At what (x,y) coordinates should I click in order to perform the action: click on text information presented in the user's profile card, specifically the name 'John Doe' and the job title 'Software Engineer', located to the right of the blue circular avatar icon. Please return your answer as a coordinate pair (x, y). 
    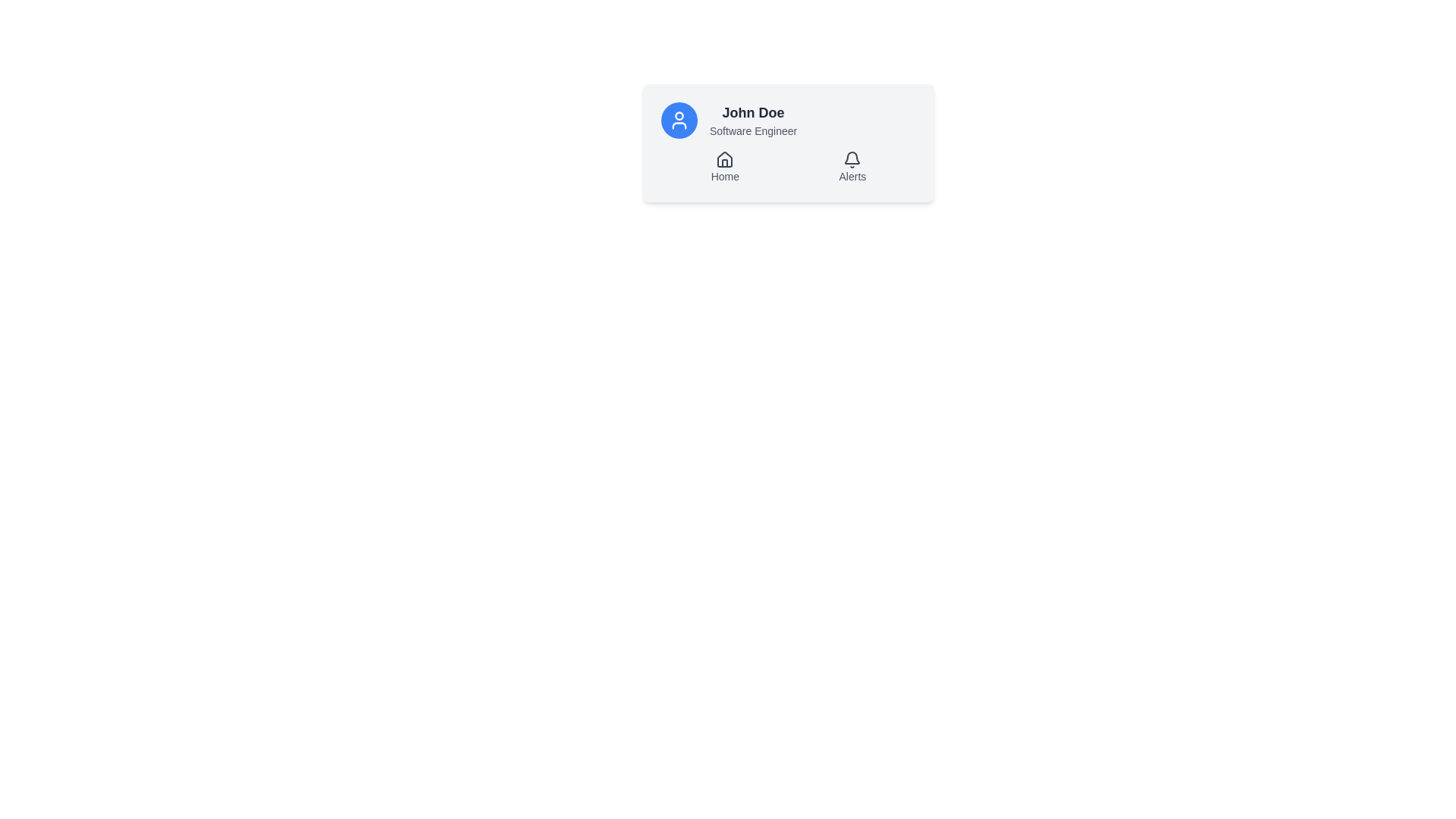
    Looking at the image, I should click on (753, 119).